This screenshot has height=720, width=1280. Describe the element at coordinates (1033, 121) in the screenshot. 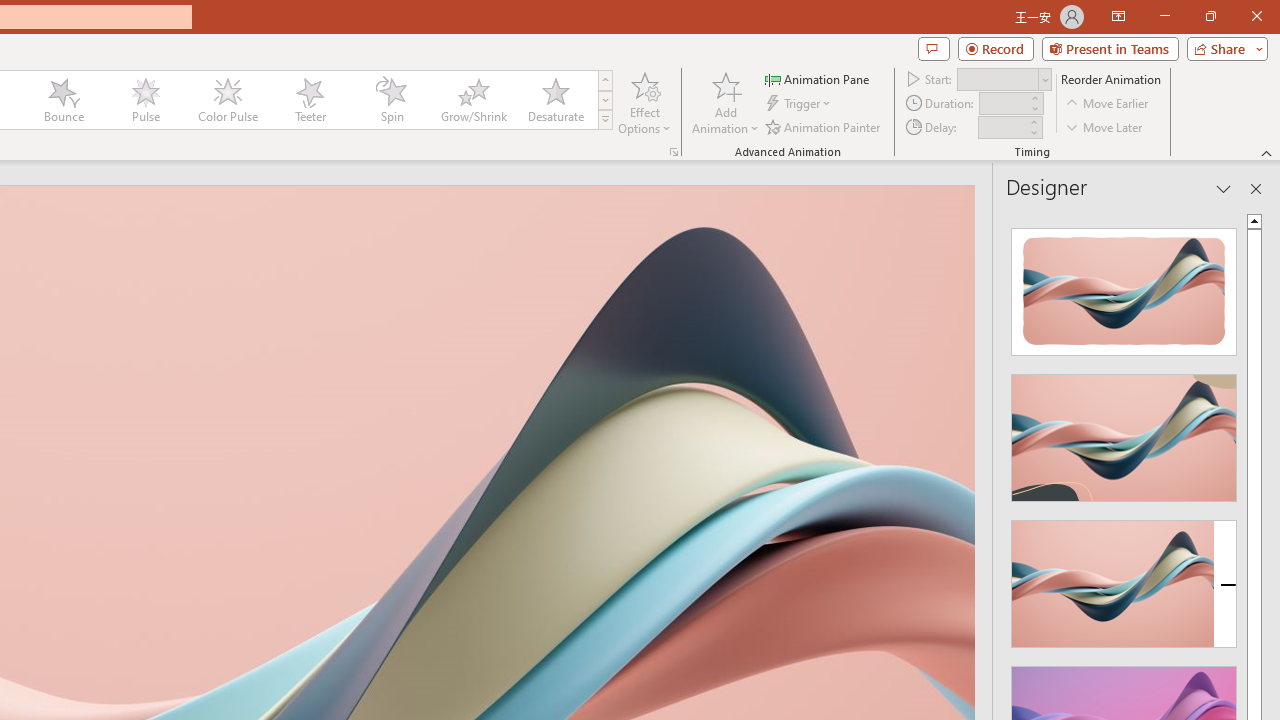

I see `'More'` at that location.